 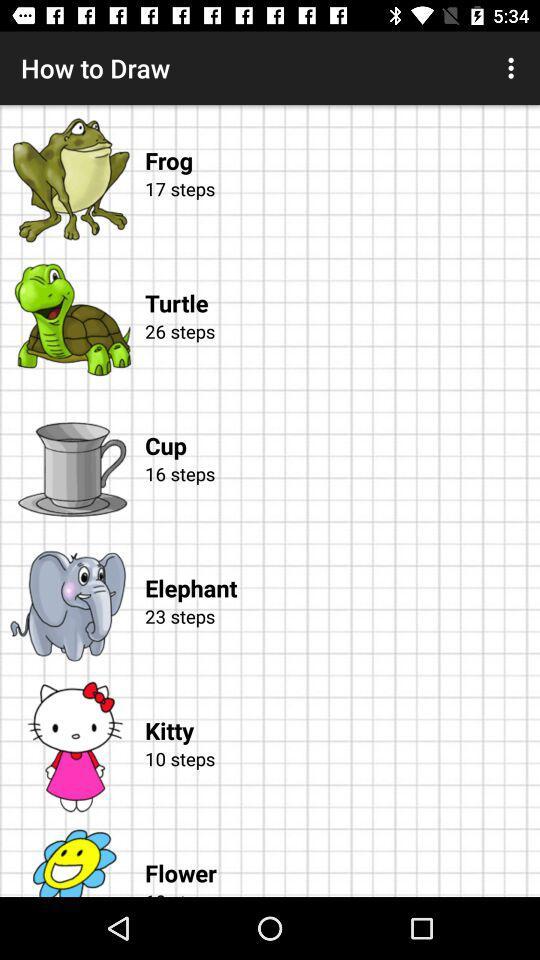 I want to click on the icon at the top right corner, so click(x=513, y=68).